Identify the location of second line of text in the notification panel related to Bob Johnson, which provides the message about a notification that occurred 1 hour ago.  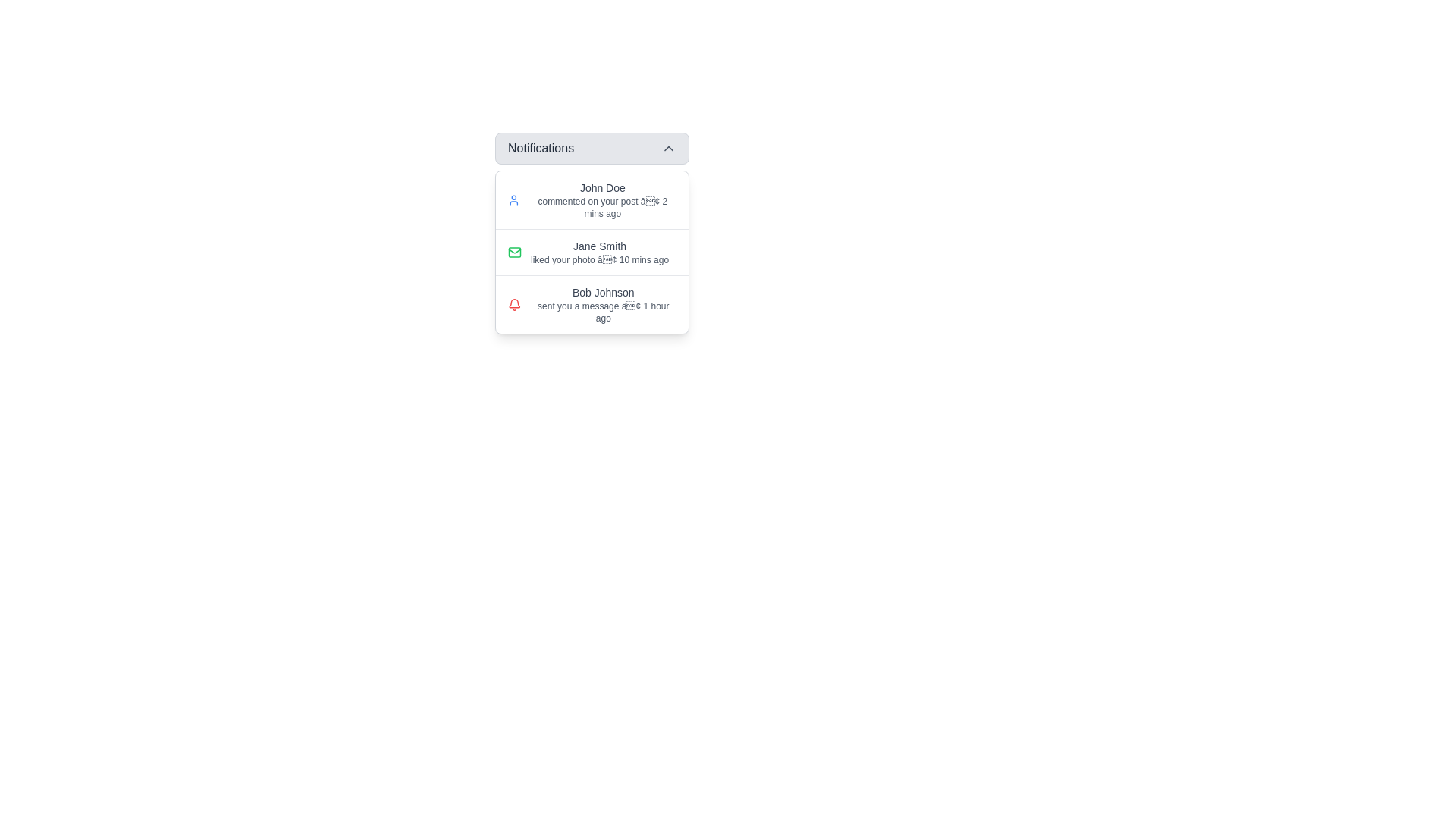
(602, 312).